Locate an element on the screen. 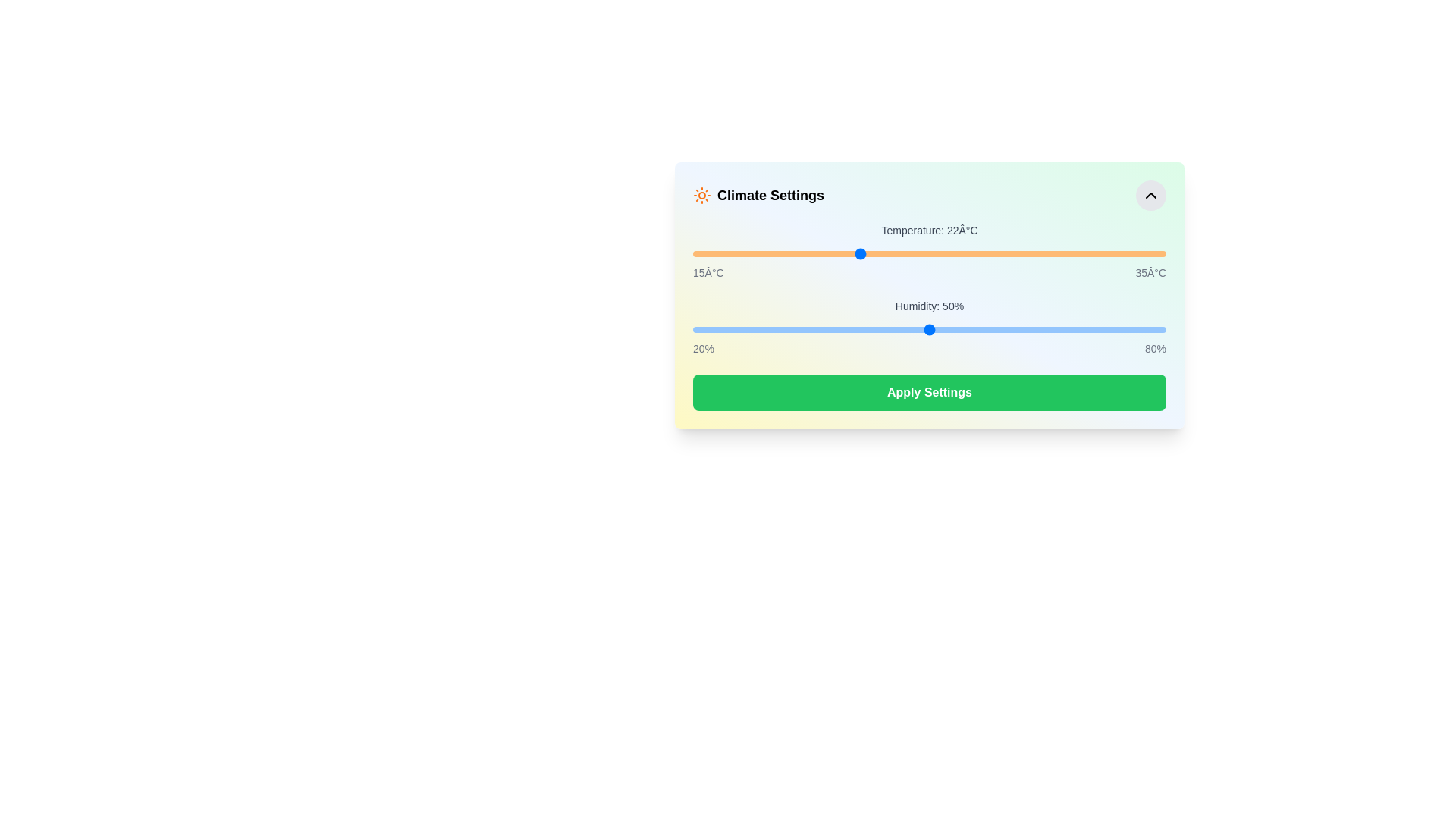 This screenshot has height=819, width=1456. the text label displaying '15°C', which is styled in gray and positioned as the leftmost element in the temperature range control is located at coordinates (708, 271).